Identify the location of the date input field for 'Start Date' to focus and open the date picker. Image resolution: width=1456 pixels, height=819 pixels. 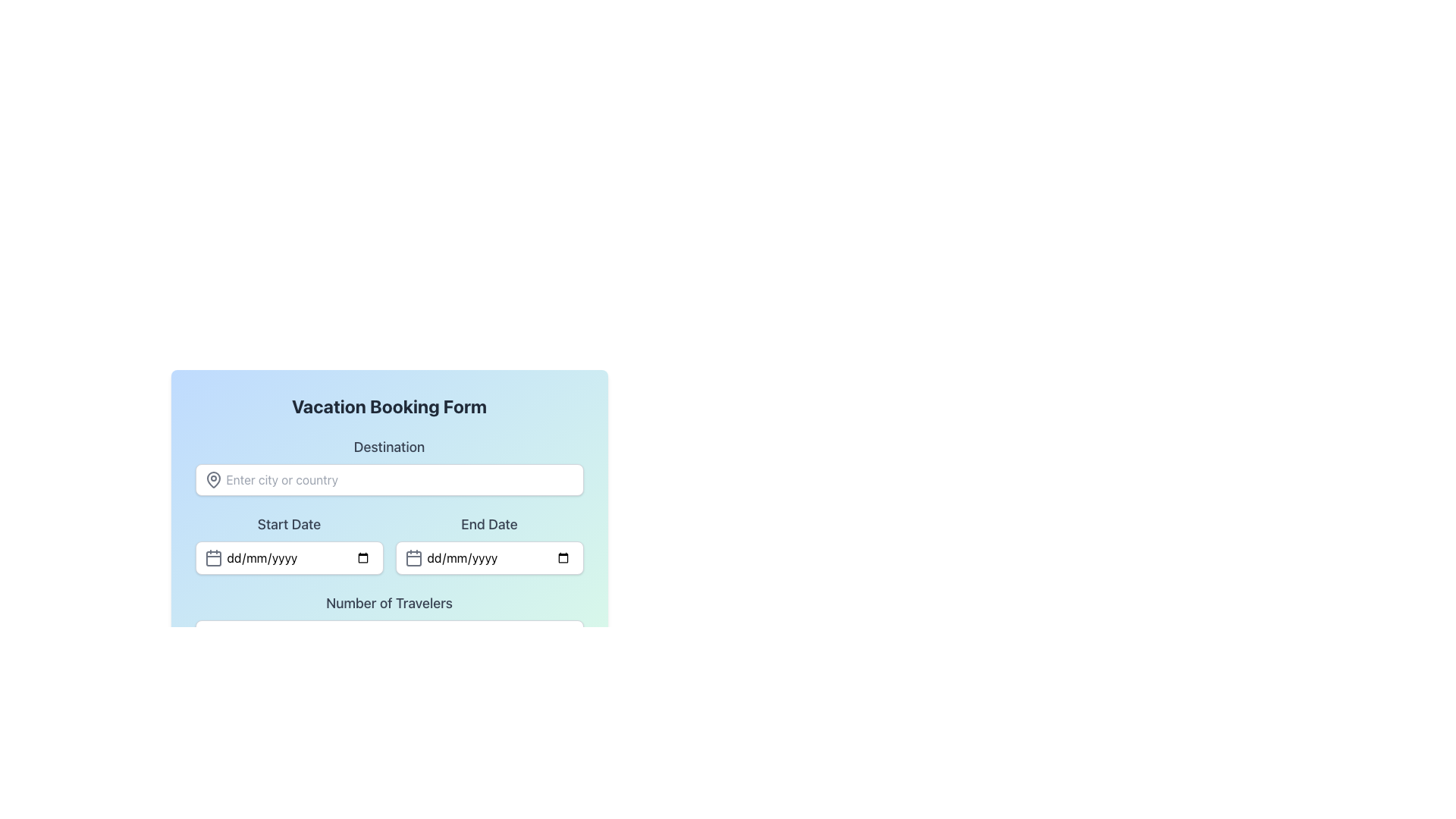
(289, 558).